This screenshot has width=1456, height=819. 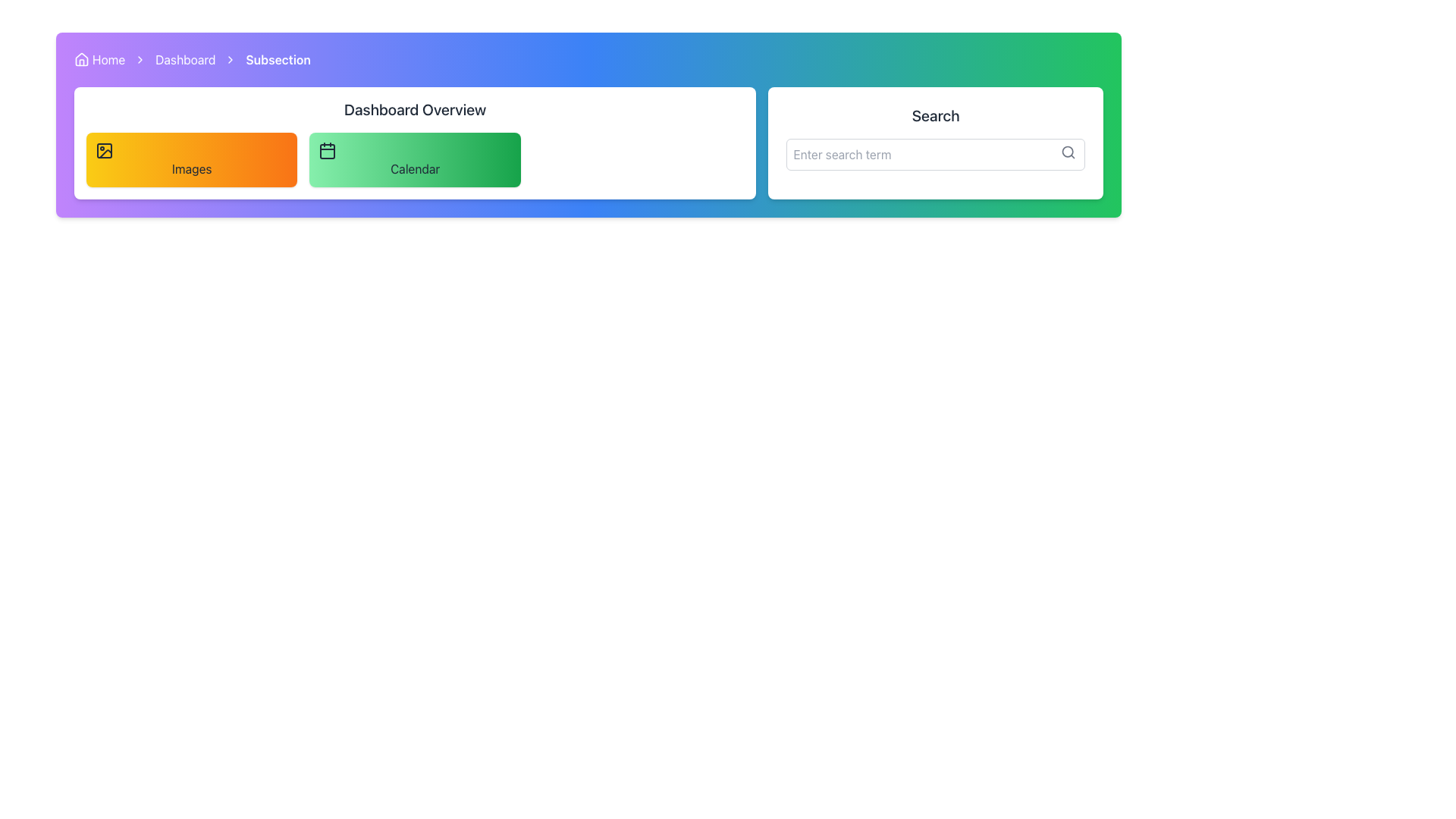 I want to click on 'Images' icon located in the top left corner of the yellow-orange button, which serves as a graphical indicator for the Images functionality in the application, so click(x=104, y=151).